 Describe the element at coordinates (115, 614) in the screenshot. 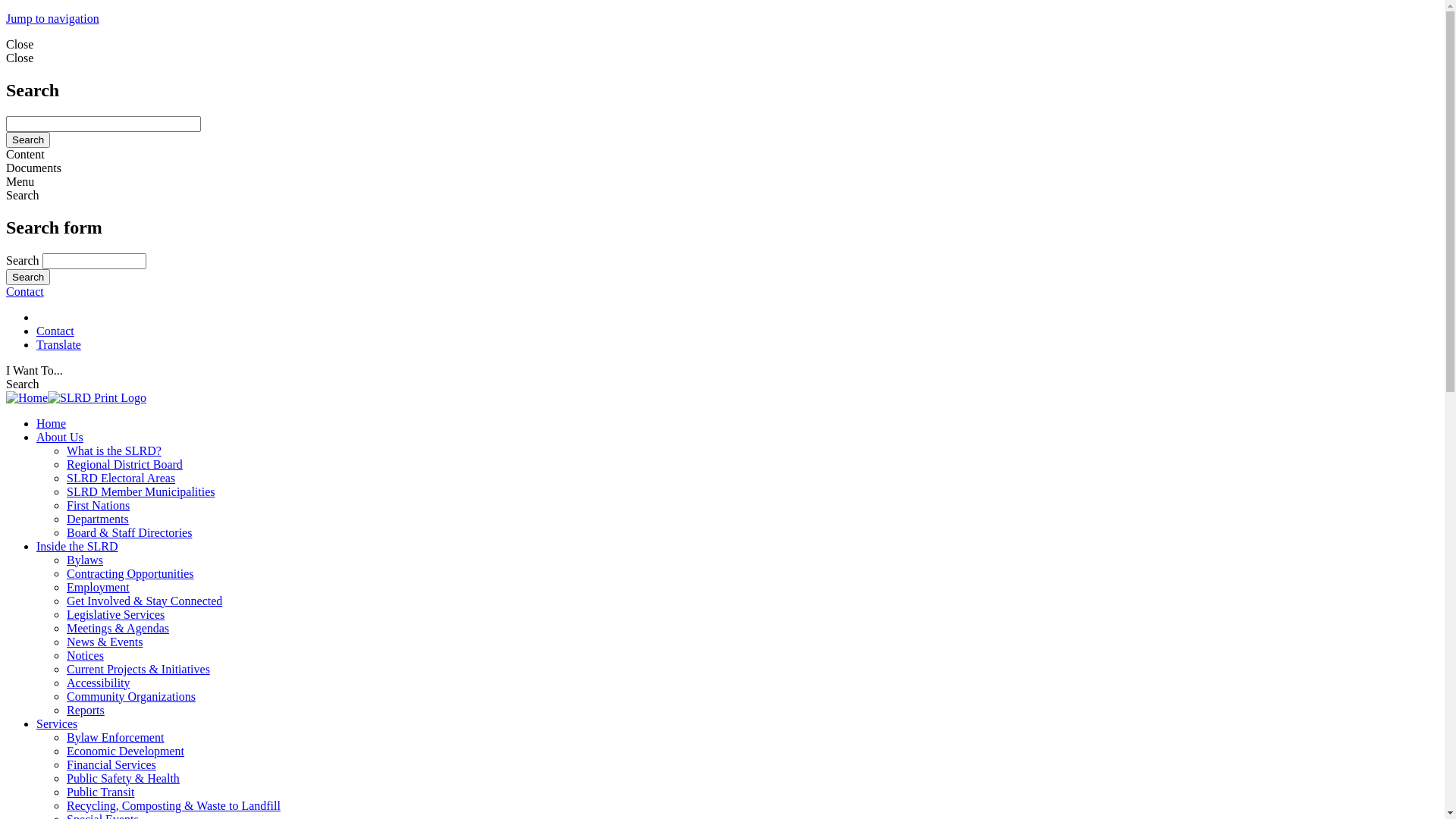

I see `'Legislative Services'` at that location.